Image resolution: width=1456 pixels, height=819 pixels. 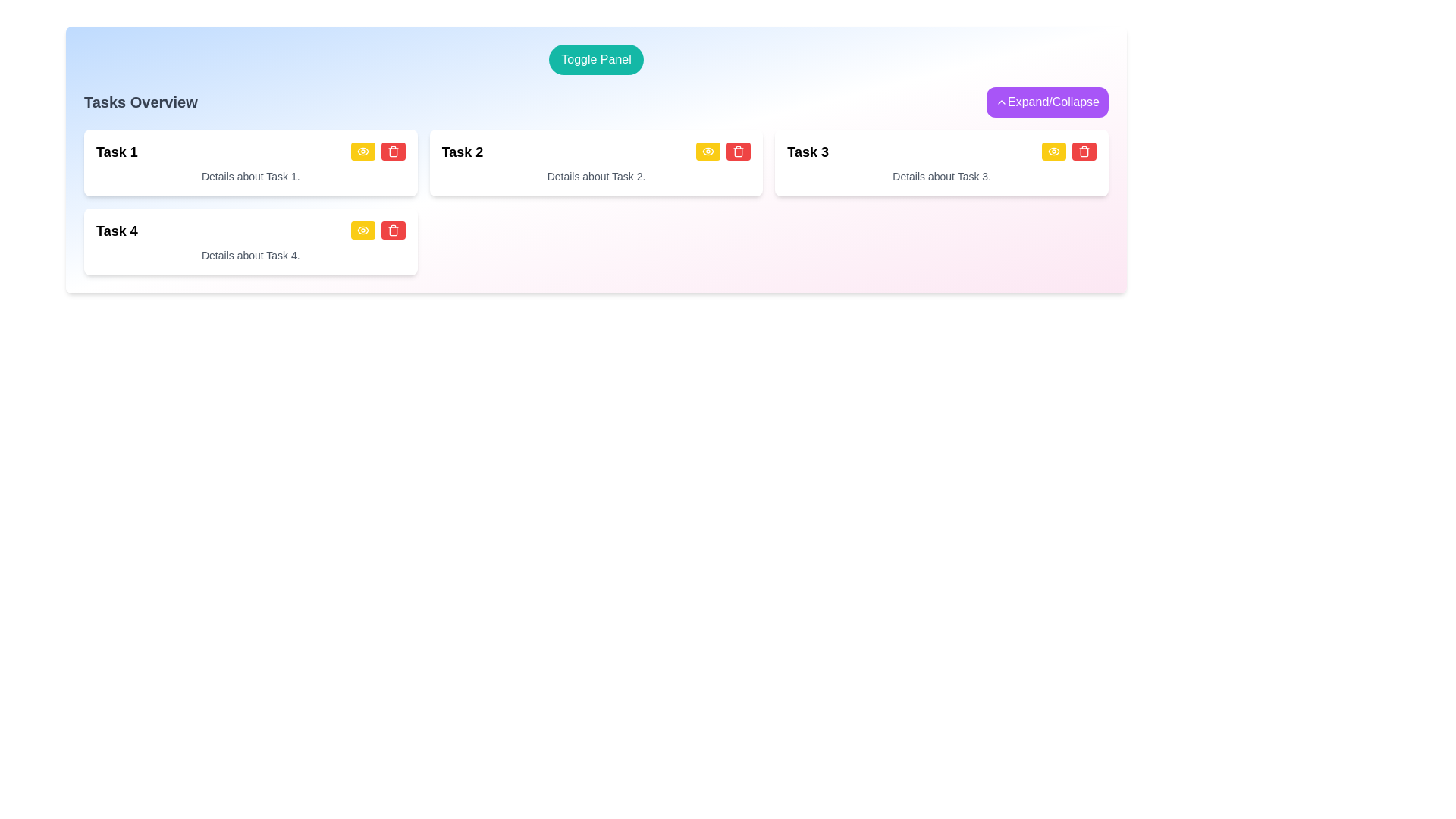 I want to click on the yellow eye-shaped icon representing the visibility toggle for 'Task 3', located immediately to the left of the red delete icon, so click(x=1053, y=151).